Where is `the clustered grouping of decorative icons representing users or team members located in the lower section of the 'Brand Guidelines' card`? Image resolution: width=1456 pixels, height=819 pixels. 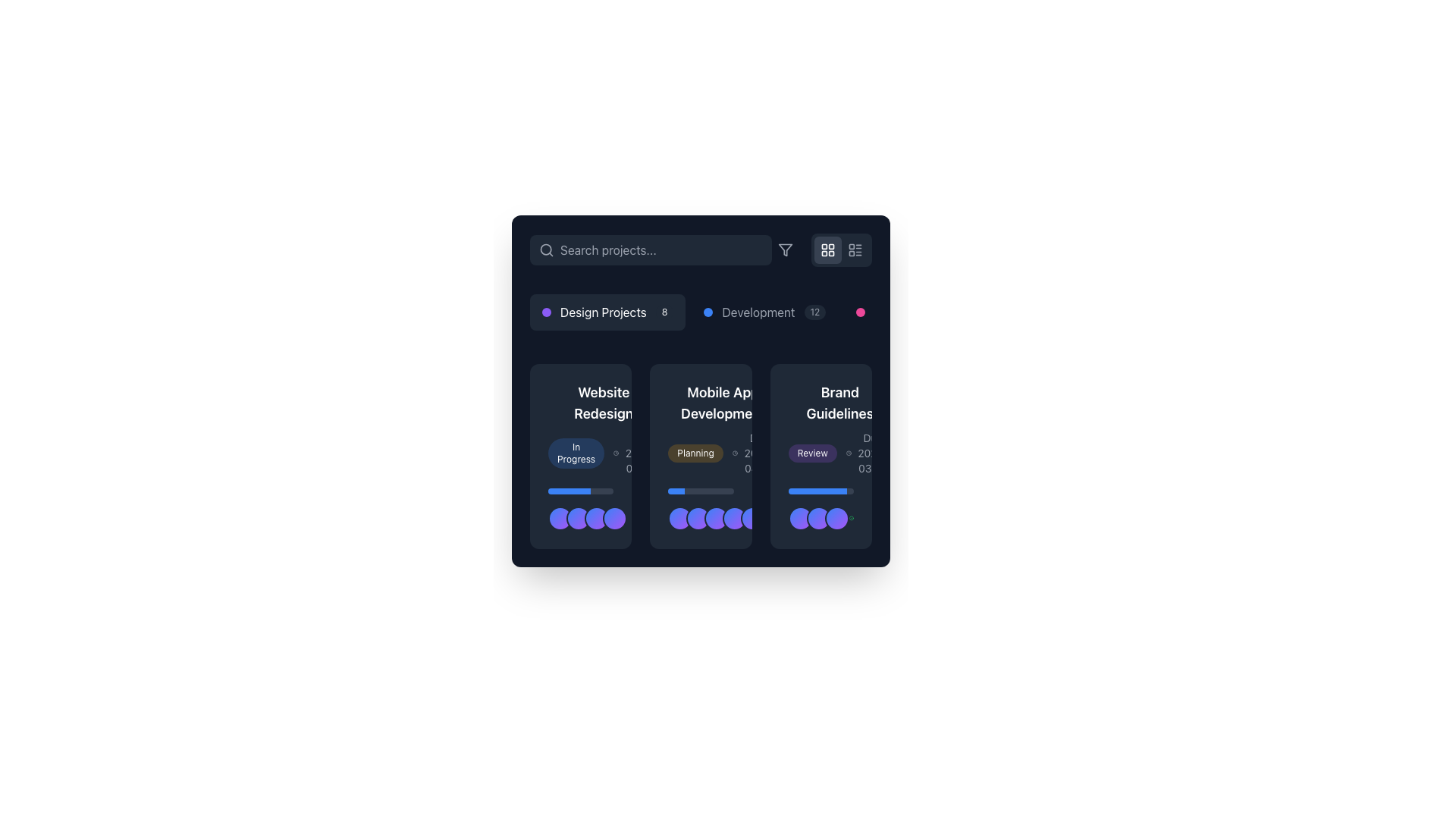
the clustered grouping of decorative icons representing users or team members located in the lower section of the 'Brand Guidelines' card is located at coordinates (817, 517).